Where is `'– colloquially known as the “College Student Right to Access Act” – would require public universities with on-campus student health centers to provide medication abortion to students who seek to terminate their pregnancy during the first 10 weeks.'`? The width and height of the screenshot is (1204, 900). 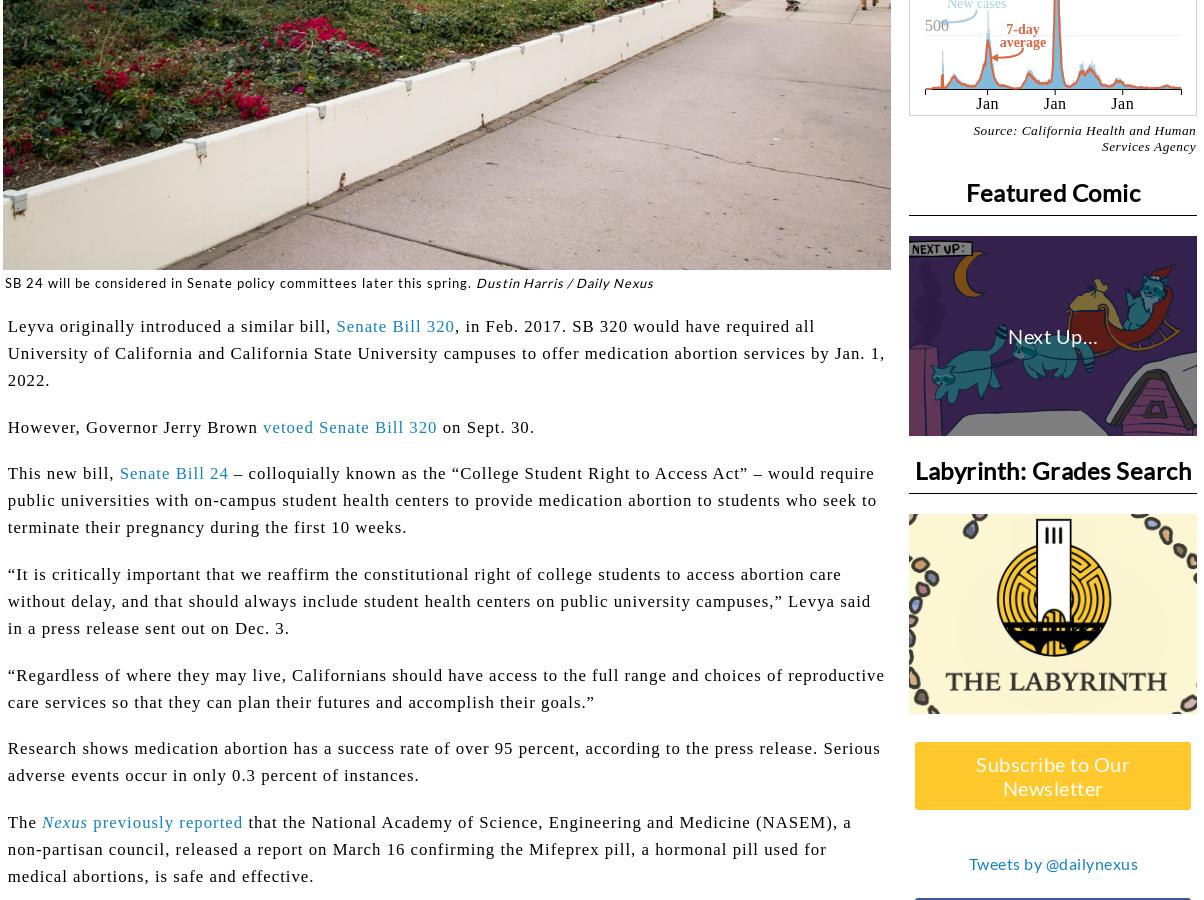
'– colloquially known as the “College Student Right to Access Act” – would require public universities with on-campus student health centers to provide medication abortion to students who seek to terminate their pregnancy during the first 10 weeks.' is located at coordinates (441, 499).